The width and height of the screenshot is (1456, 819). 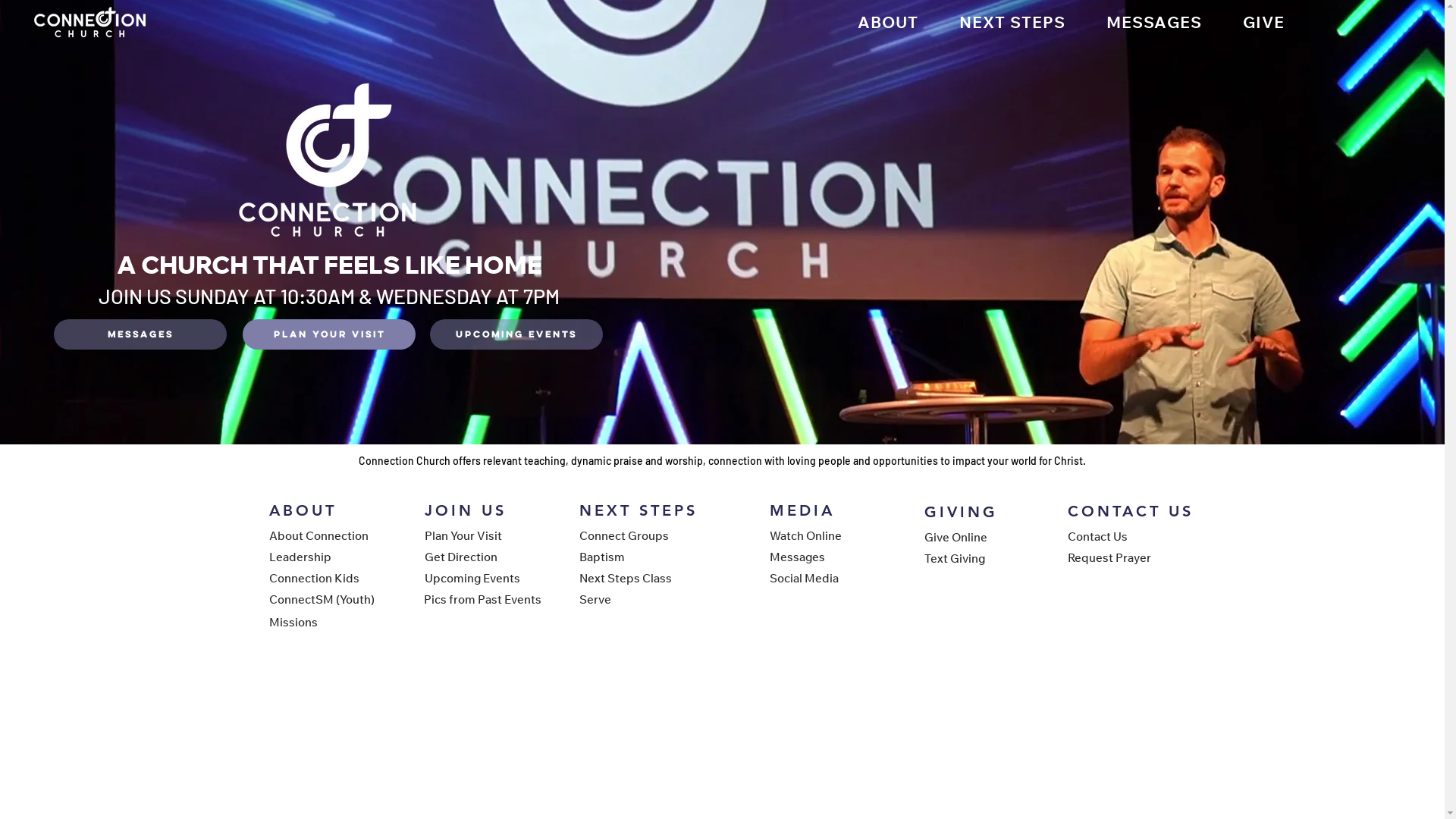 I want to click on 'Give Online', so click(x=977, y=536).